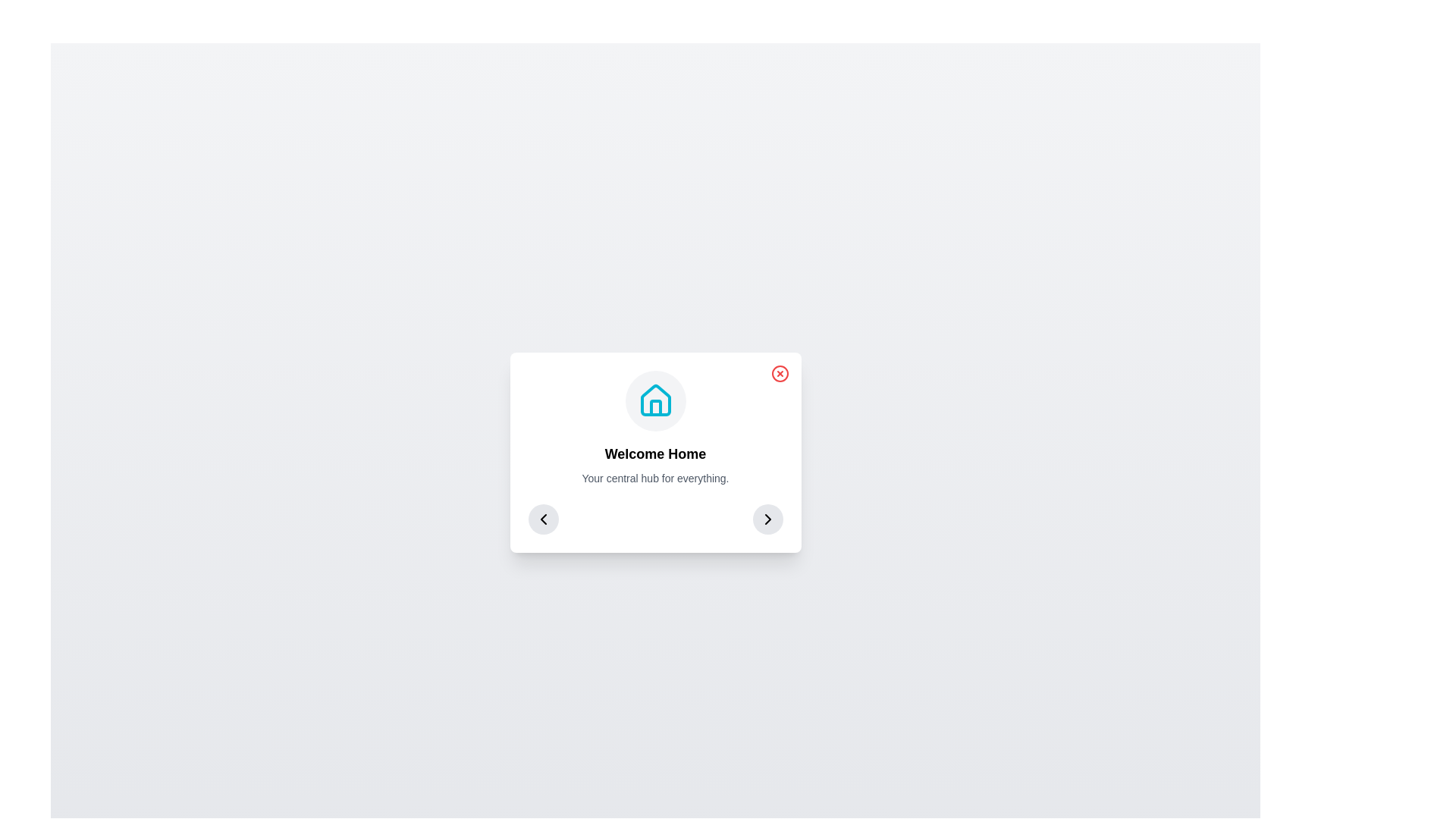 This screenshot has height=819, width=1456. I want to click on the circular button with a light gray background and a black left-pointing chevron icon, so click(543, 519).